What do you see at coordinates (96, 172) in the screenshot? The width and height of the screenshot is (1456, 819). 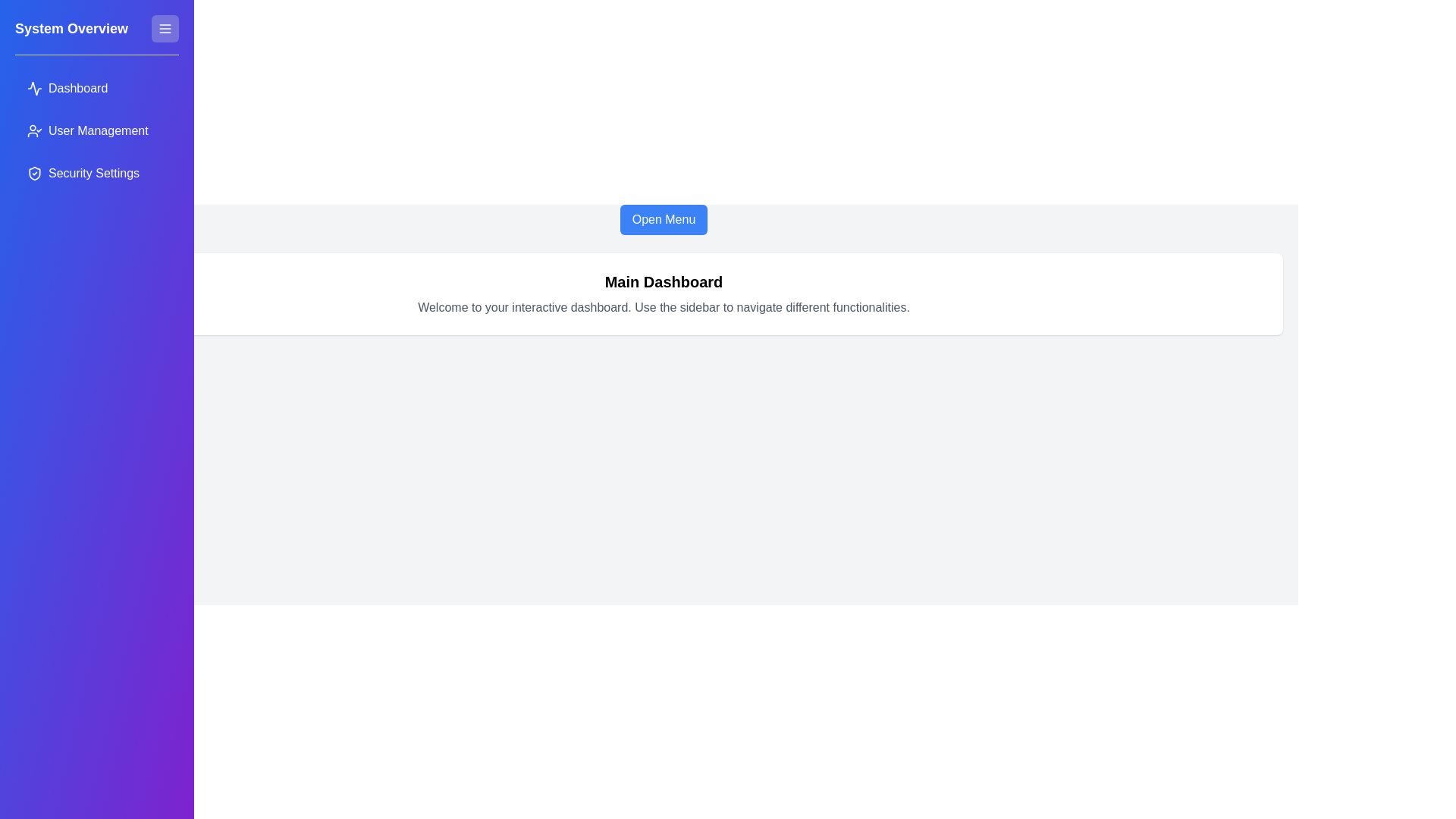 I see `the menu item labeled Security Settings to navigate to its section` at bounding box center [96, 172].